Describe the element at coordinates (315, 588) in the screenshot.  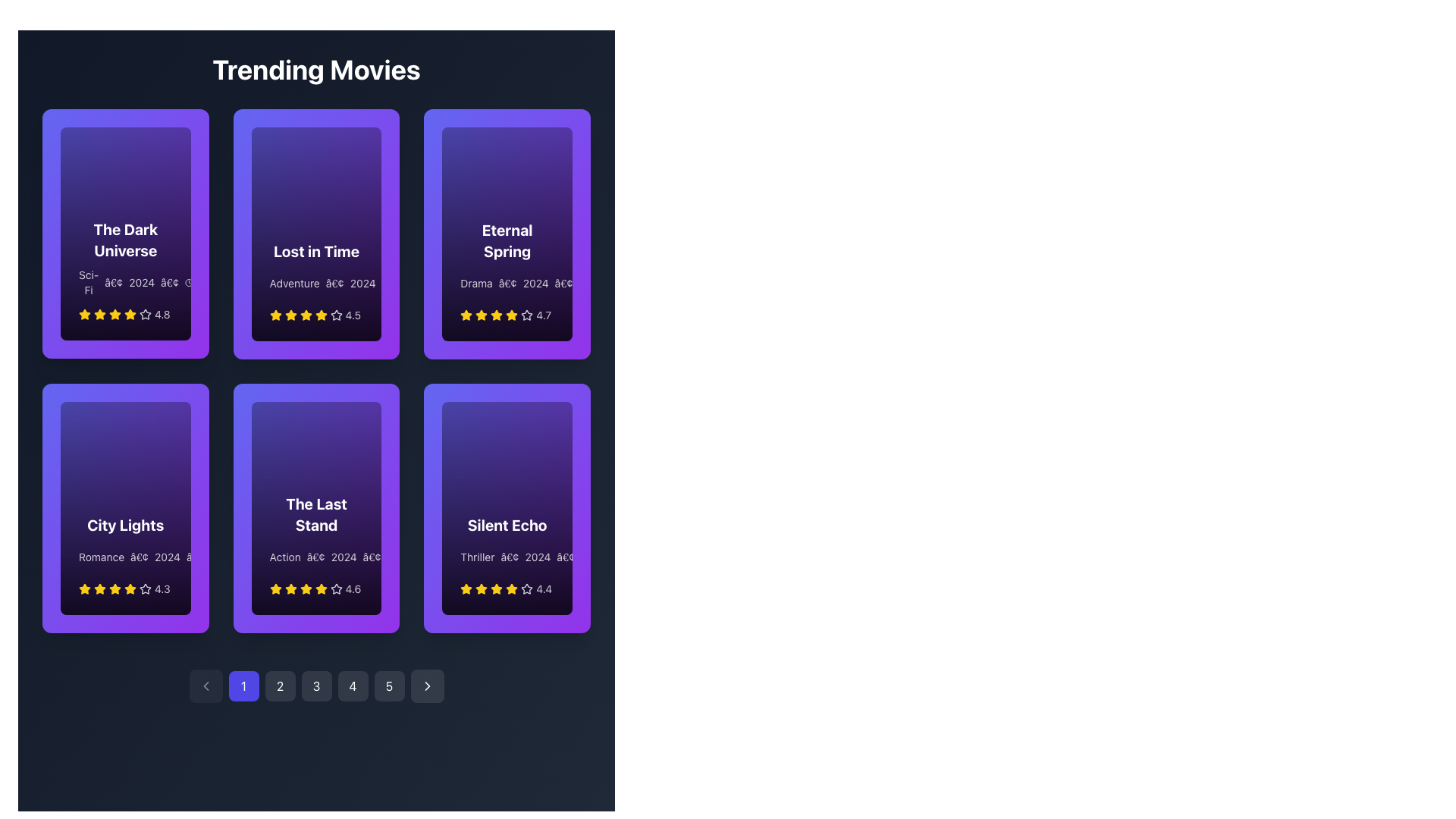
I see `the user rating display for 'The Last Stand' movie, located at the bottom center of the movie card` at that location.